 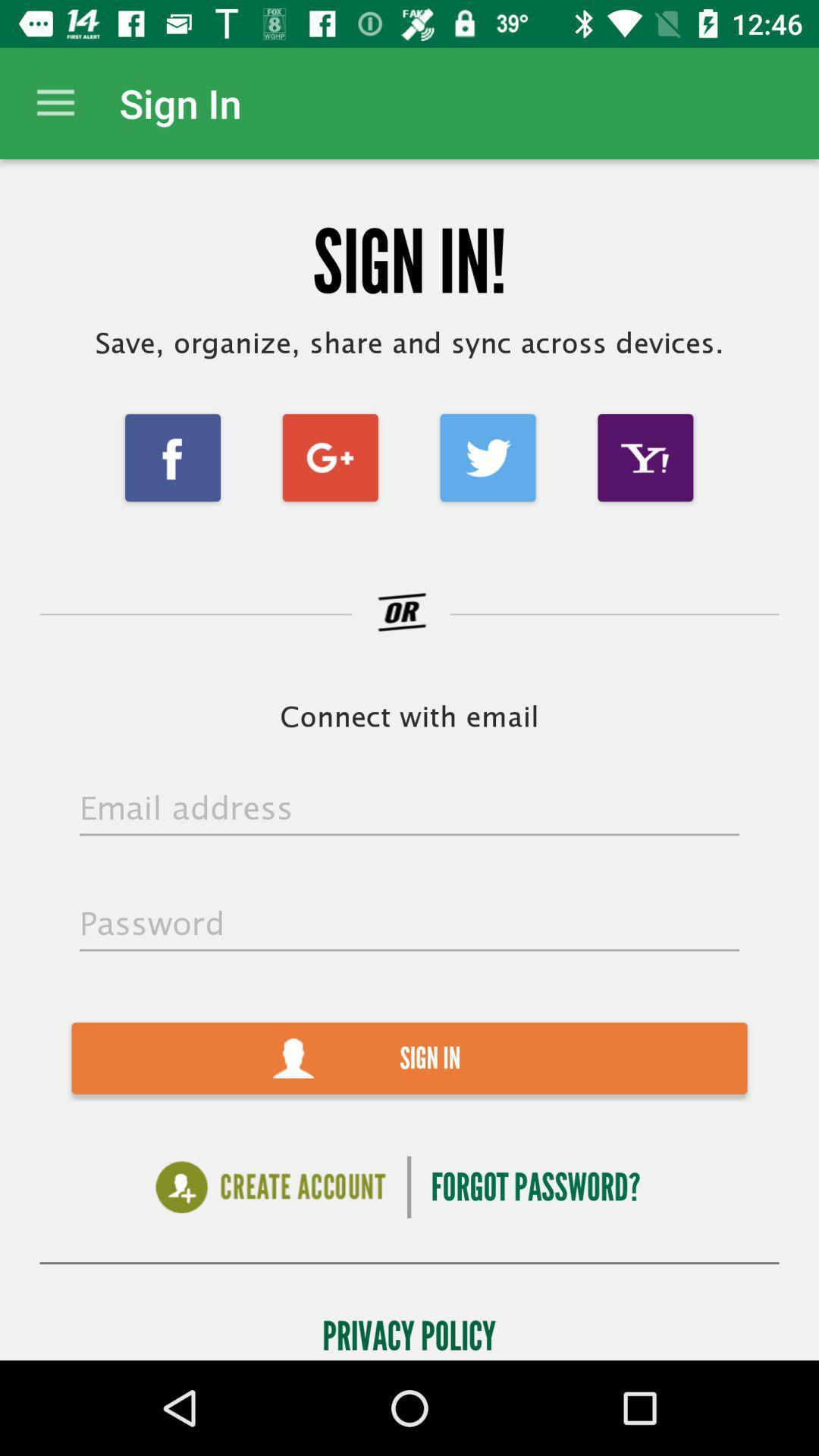 What do you see at coordinates (535, 1186) in the screenshot?
I see `the forgot password? icon` at bounding box center [535, 1186].